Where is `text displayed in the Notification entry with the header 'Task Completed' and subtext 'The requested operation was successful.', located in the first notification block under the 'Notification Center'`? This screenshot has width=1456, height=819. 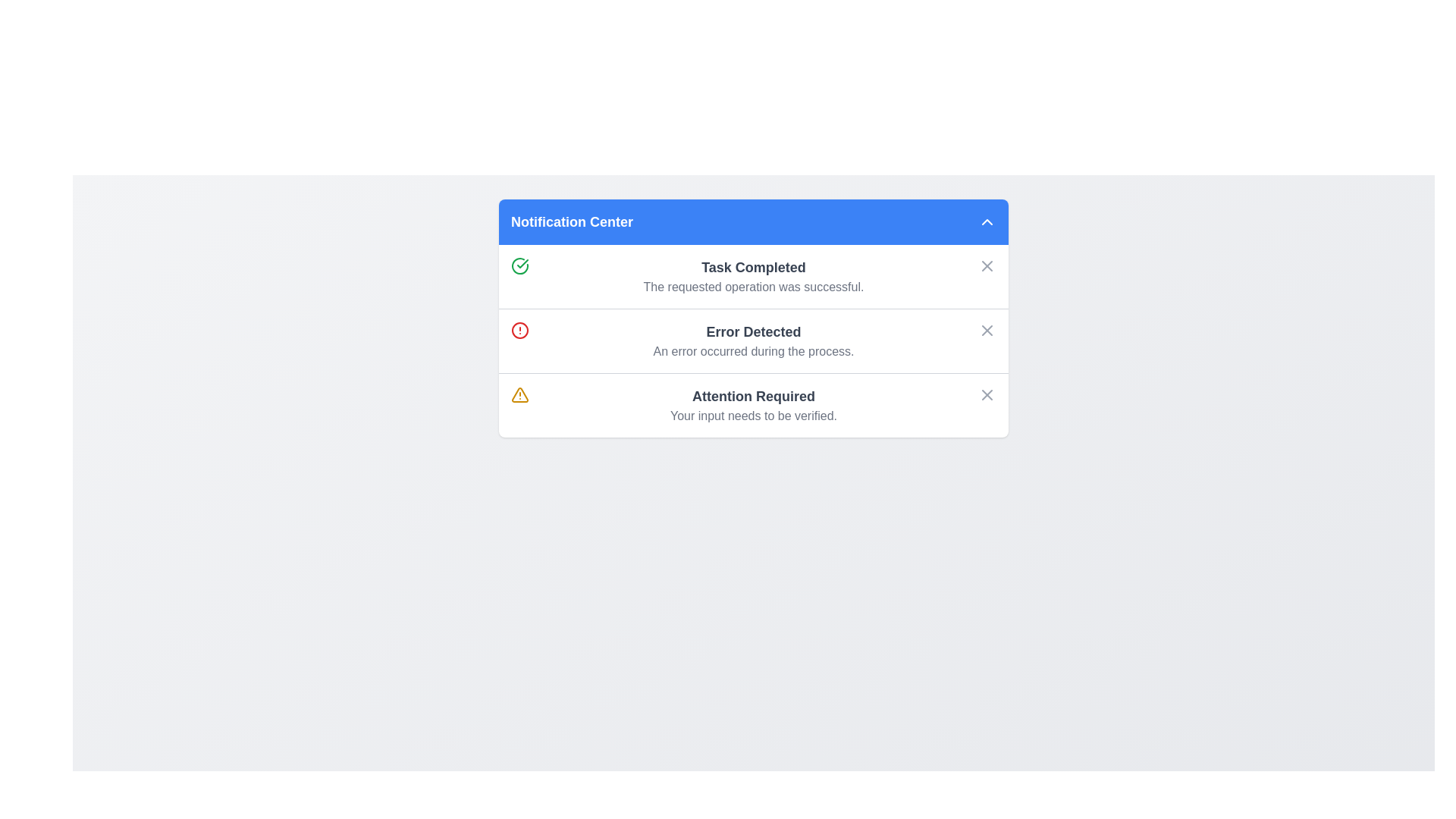 text displayed in the Notification entry with the header 'Task Completed' and subtext 'The requested operation was successful.', located in the first notification block under the 'Notification Center' is located at coordinates (753, 277).